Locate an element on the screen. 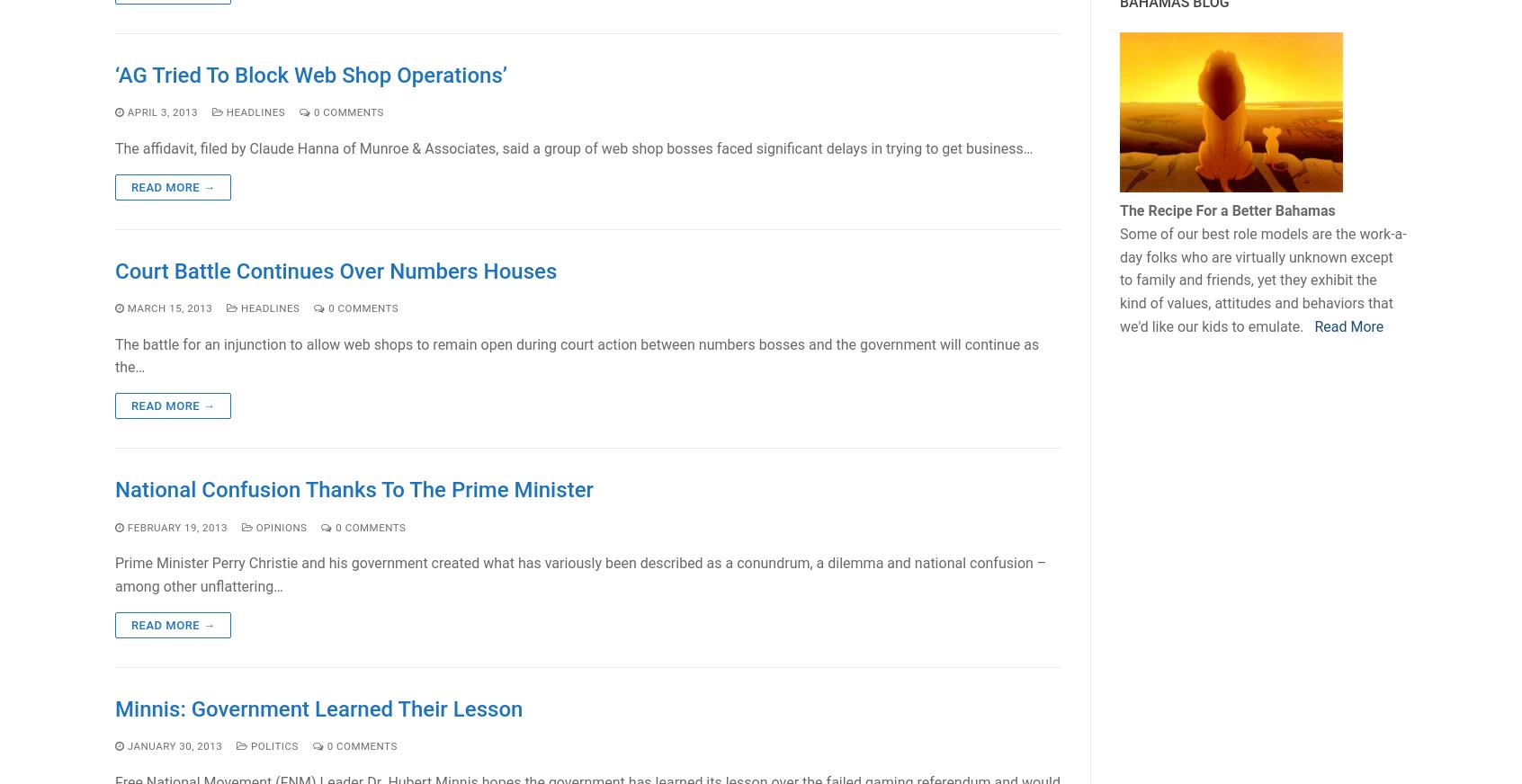  '‘AG Tried To Block Web Shop Operations’' is located at coordinates (310, 74).